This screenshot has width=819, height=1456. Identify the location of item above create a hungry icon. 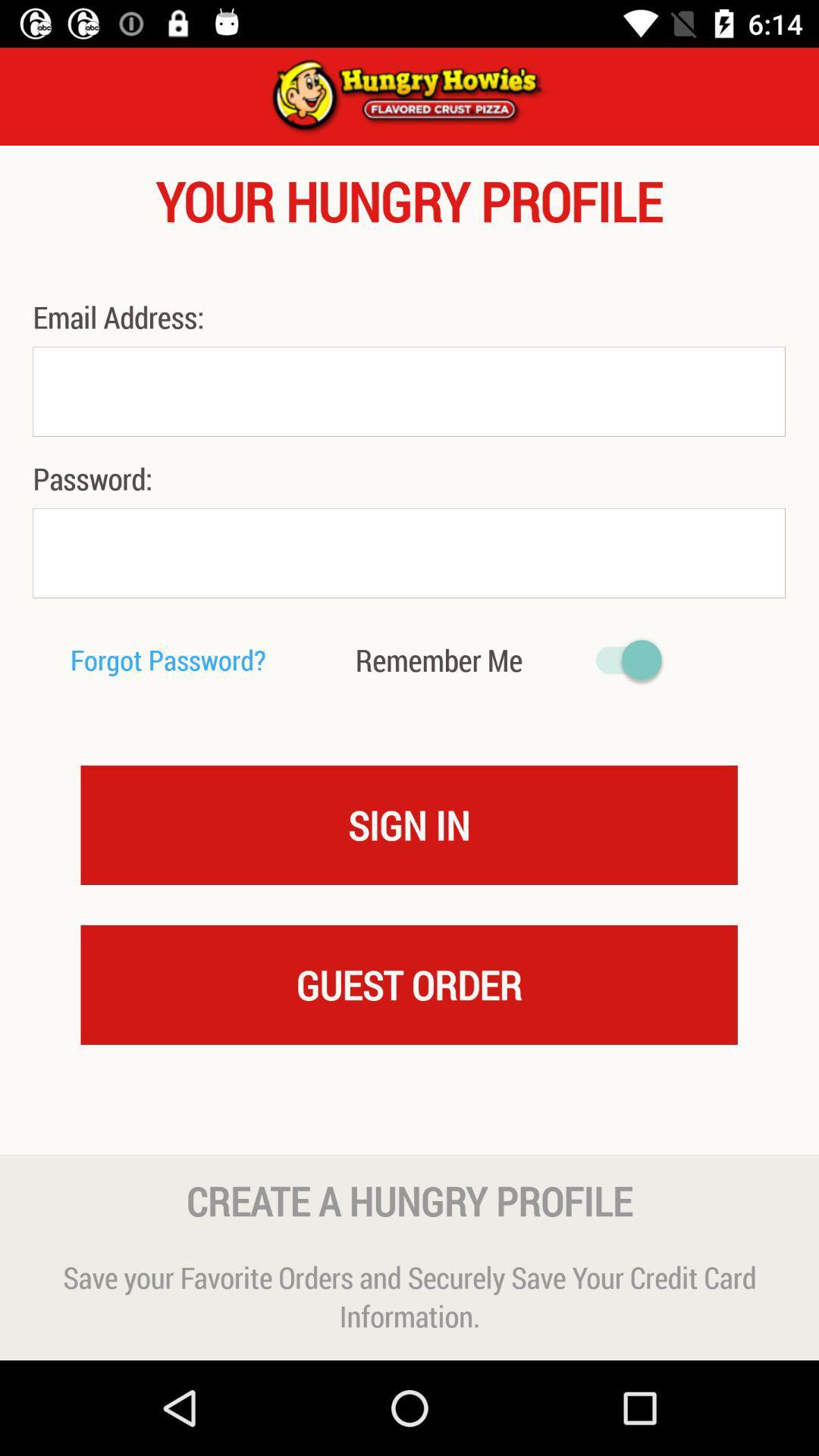
(409, 1125).